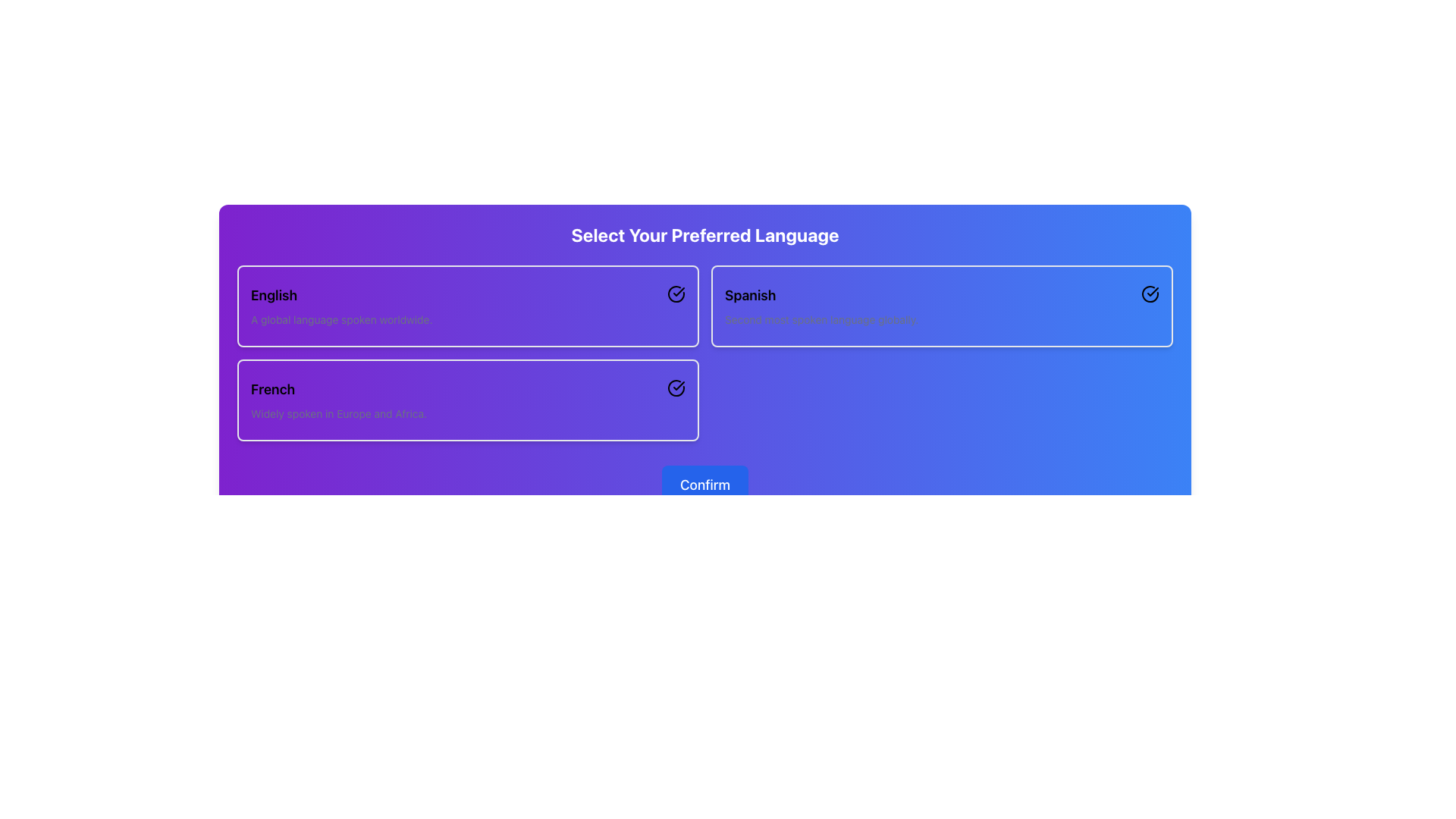  I want to click on the selectable language option card for 'Spanish', so click(941, 306).